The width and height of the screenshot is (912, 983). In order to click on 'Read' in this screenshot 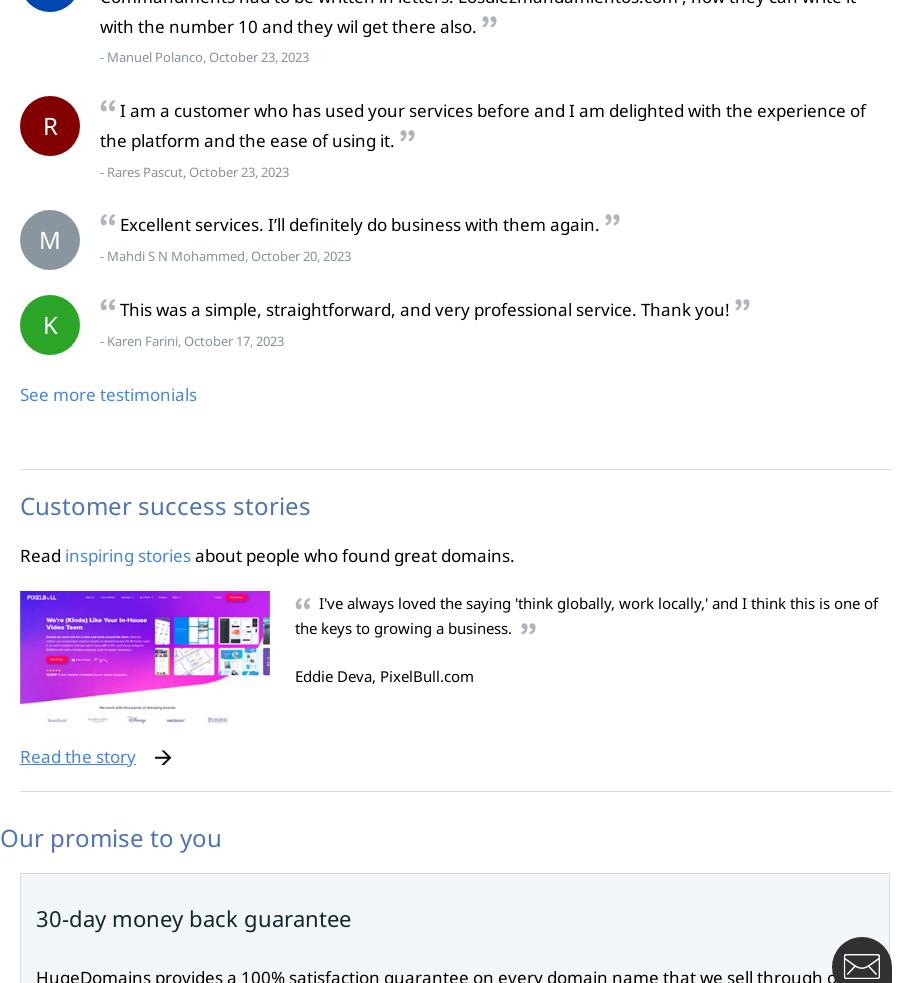, I will do `click(19, 554)`.